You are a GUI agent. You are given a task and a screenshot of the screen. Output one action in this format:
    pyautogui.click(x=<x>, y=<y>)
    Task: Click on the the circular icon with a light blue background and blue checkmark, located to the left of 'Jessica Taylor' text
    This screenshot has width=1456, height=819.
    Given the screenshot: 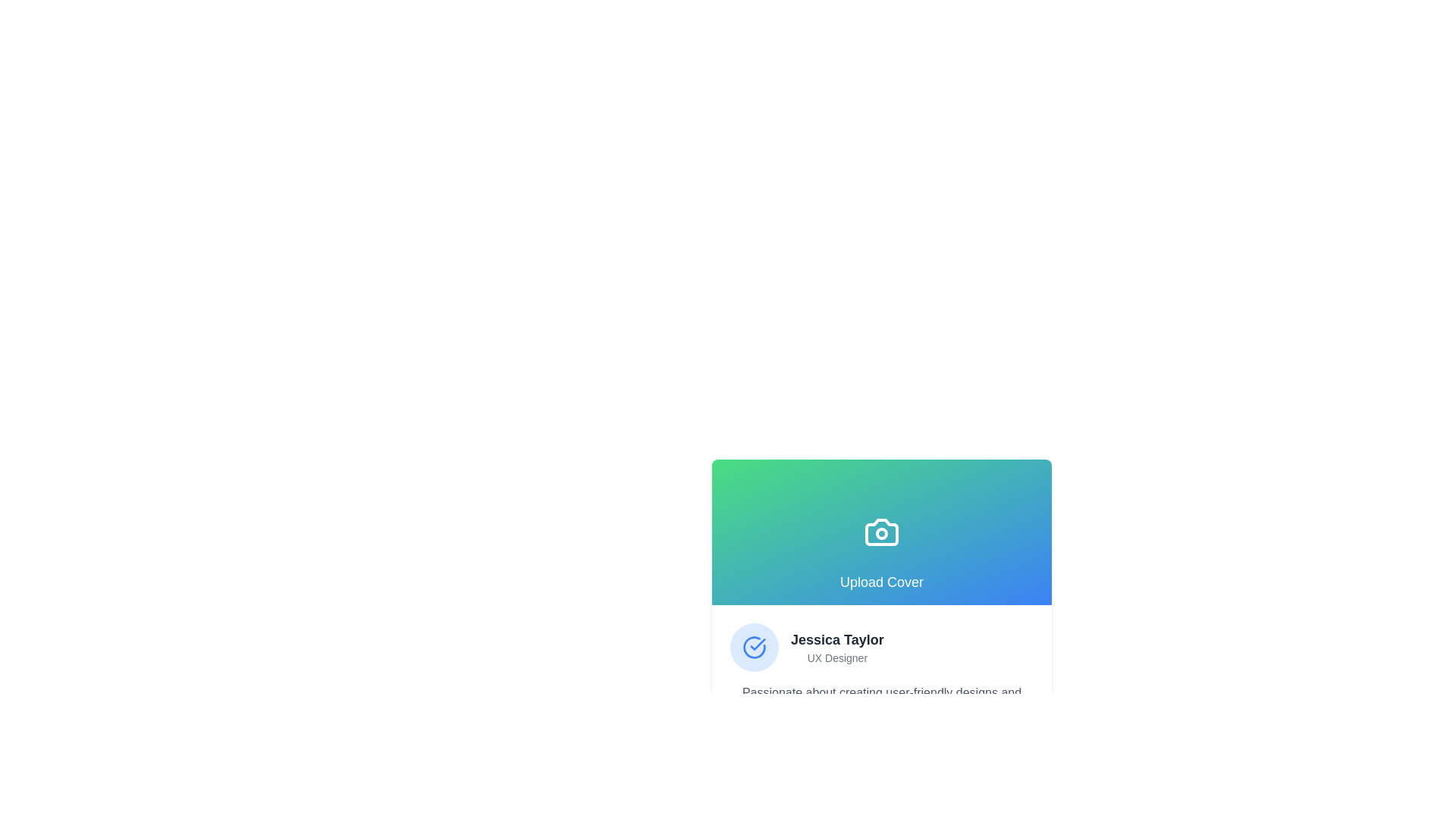 What is the action you would take?
    pyautogui.click(x=754, y=647)
    